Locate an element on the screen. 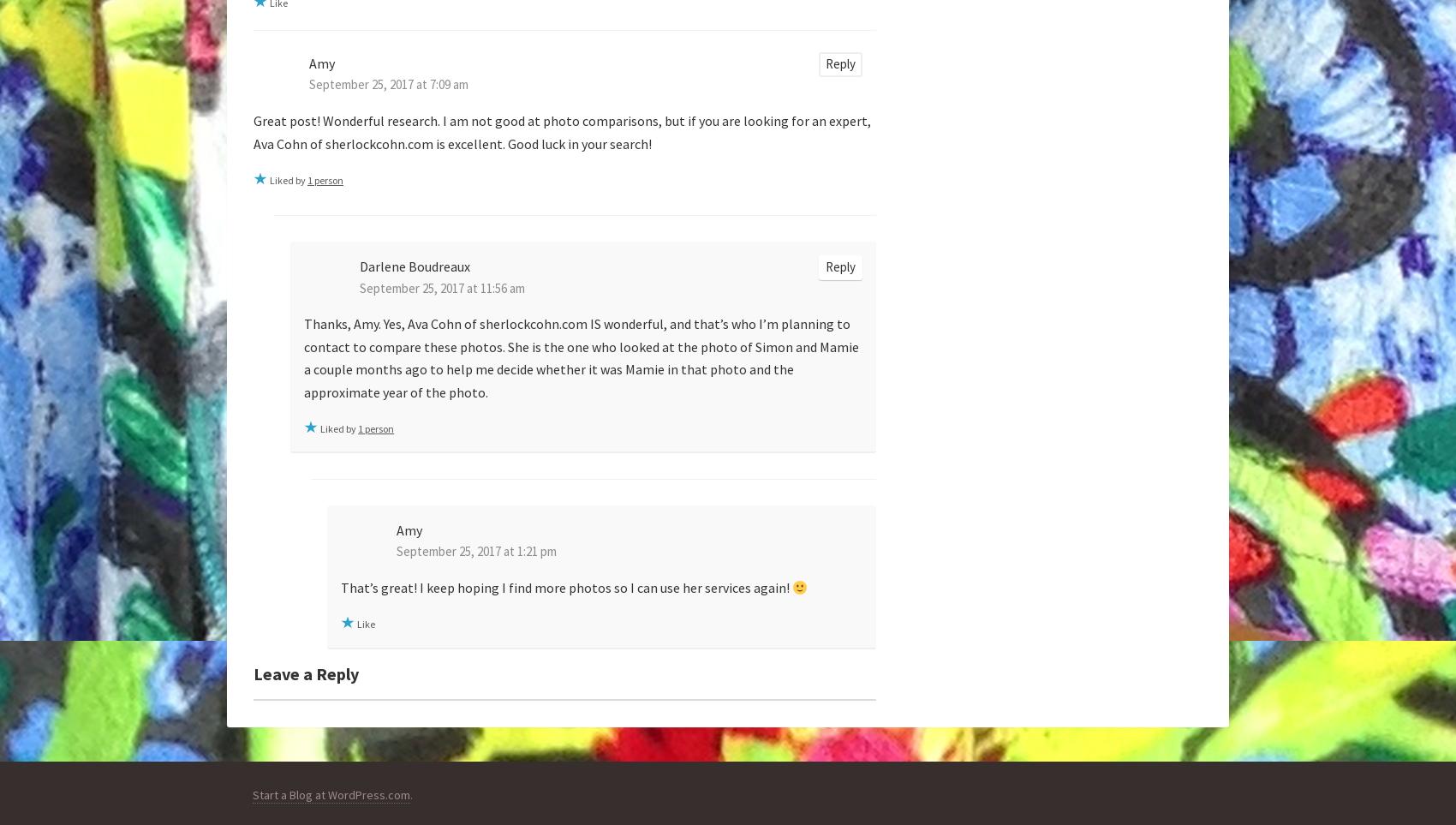 The width and height of the screenshot is (1456, 825). 'September 25, 2017 at 11:56 am' is located at coordinates (442, 287).